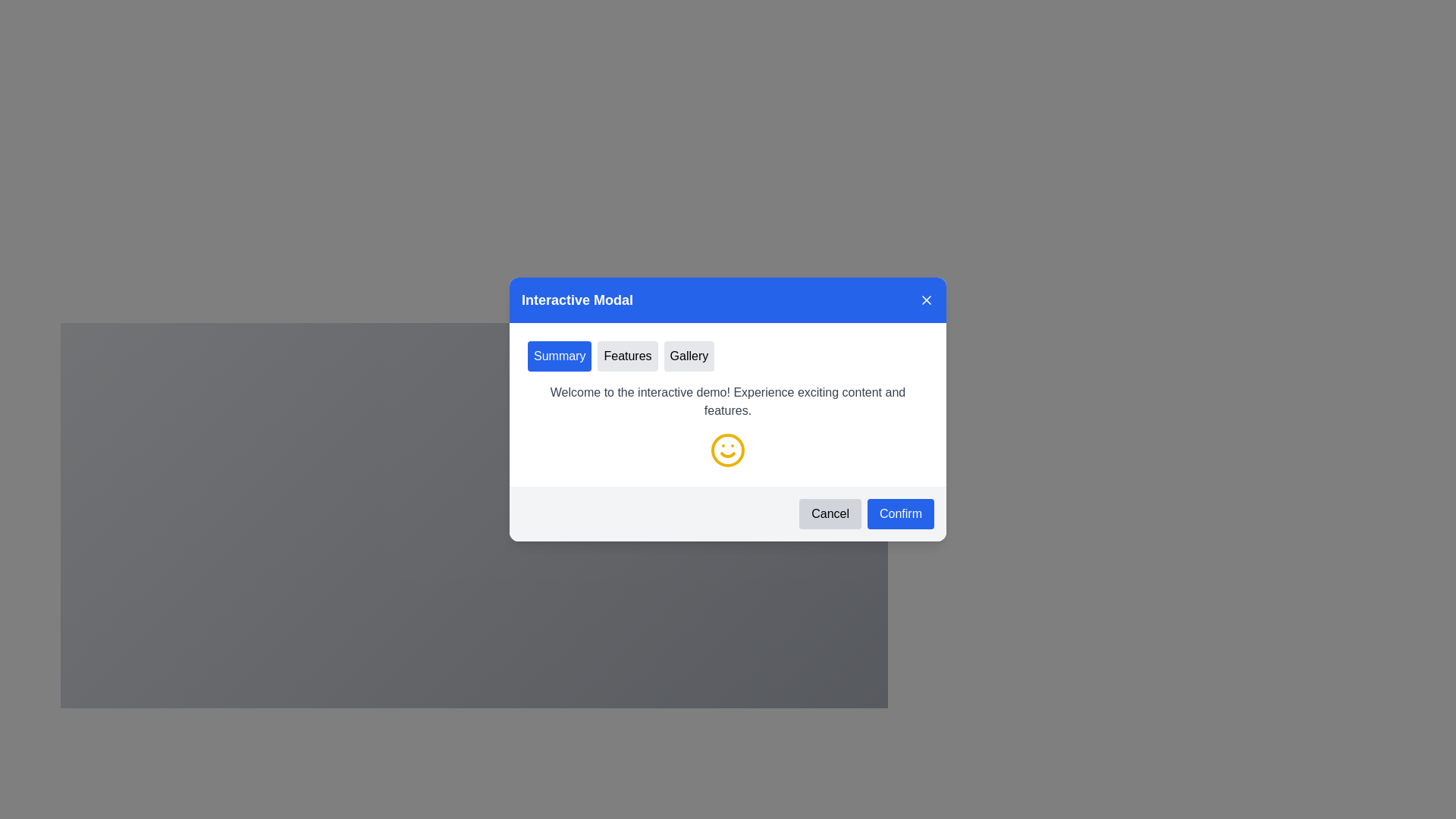 The width and height of the screenshot is (1456, 819). What do you see at coordinates (830, 513) in the screenshot?
I see `the 'Cancel' button located at the bottom left of the dialog box` at bounding box center [830, 513].